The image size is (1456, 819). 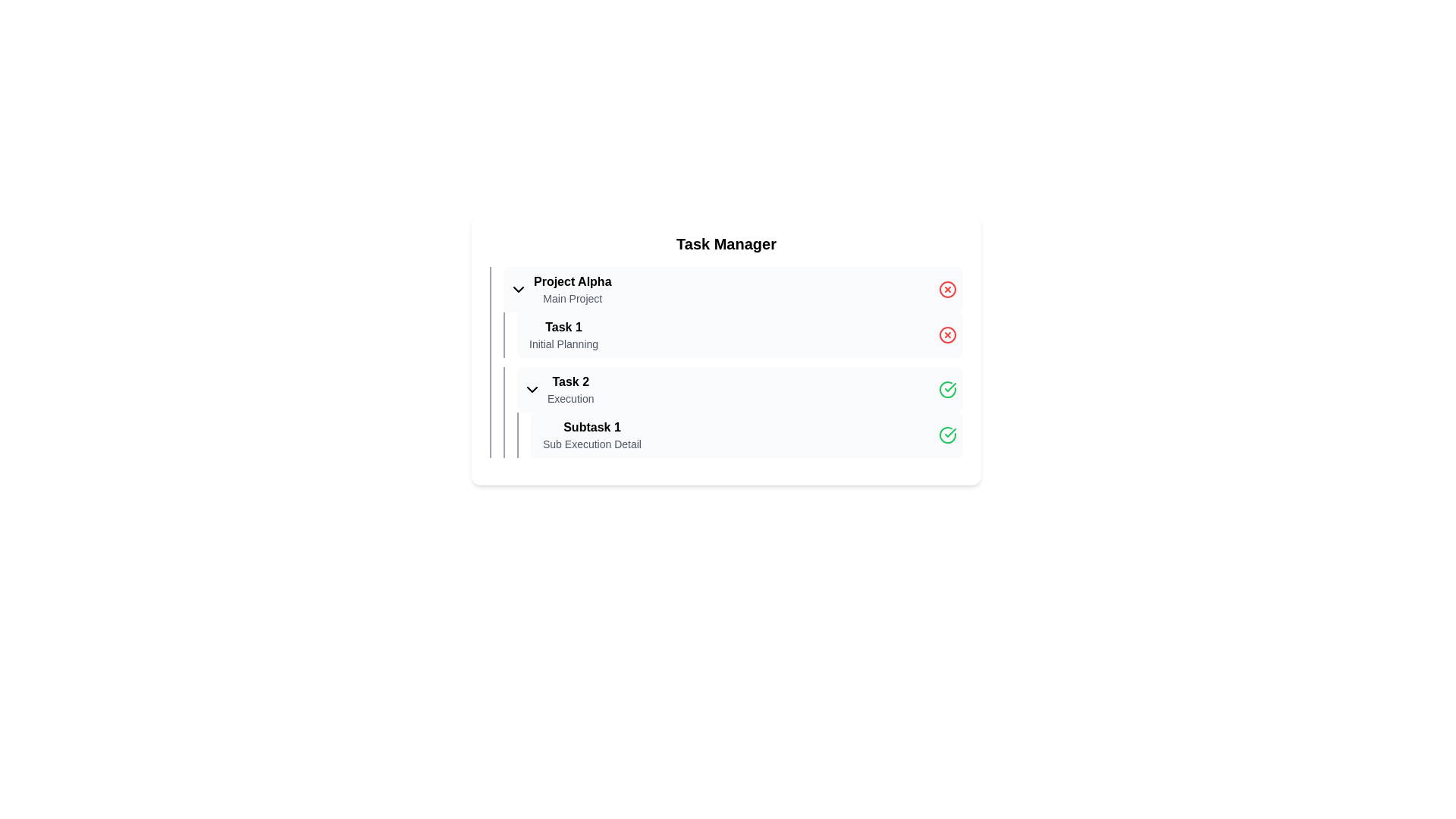 I want to click on the text area displaying the title and description of the task in the 'Task Manager' interface for possible interactions with the task, so click(x=570, y=388).